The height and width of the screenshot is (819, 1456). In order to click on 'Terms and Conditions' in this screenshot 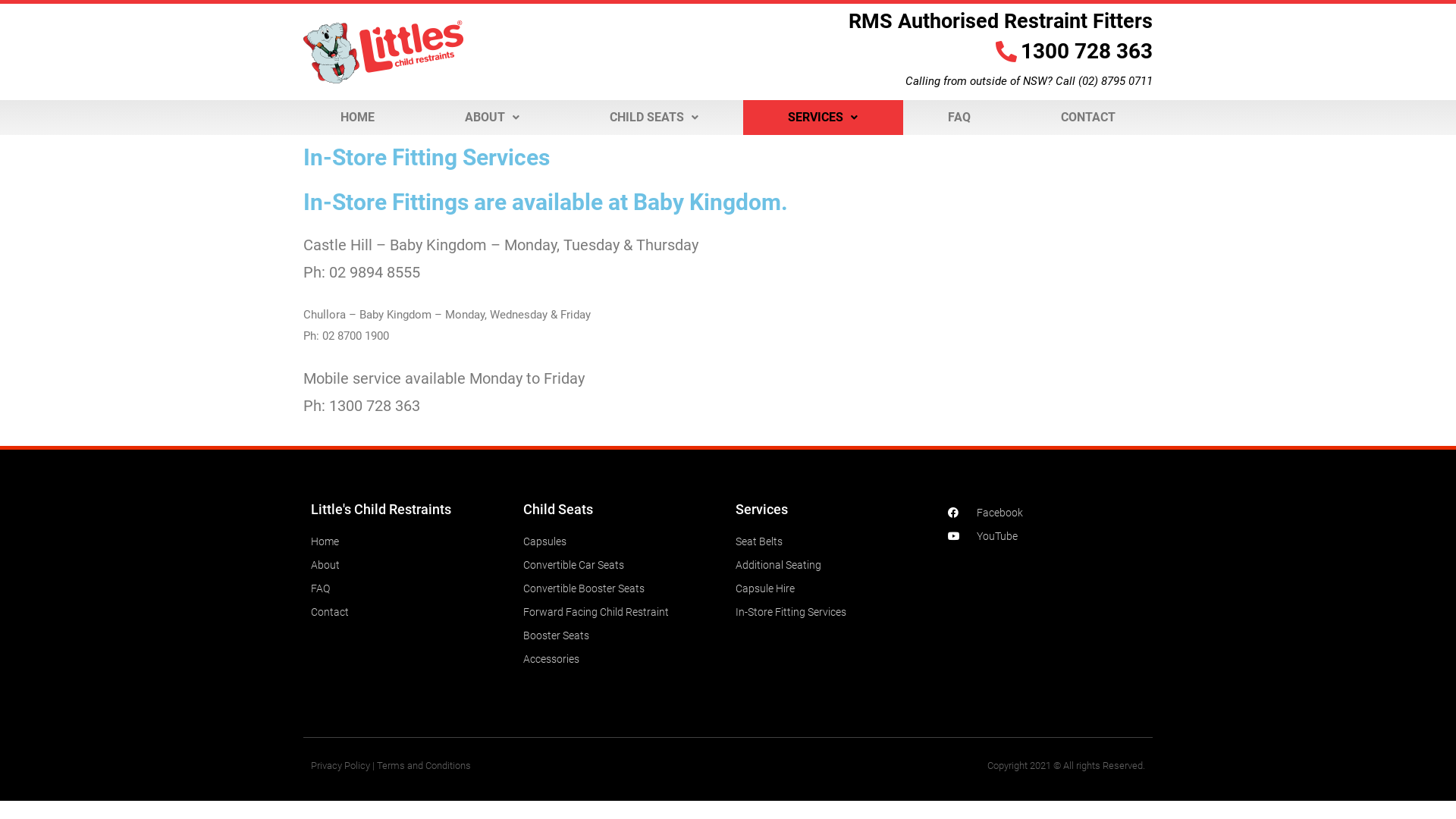, I will do `click(423, 765)`.